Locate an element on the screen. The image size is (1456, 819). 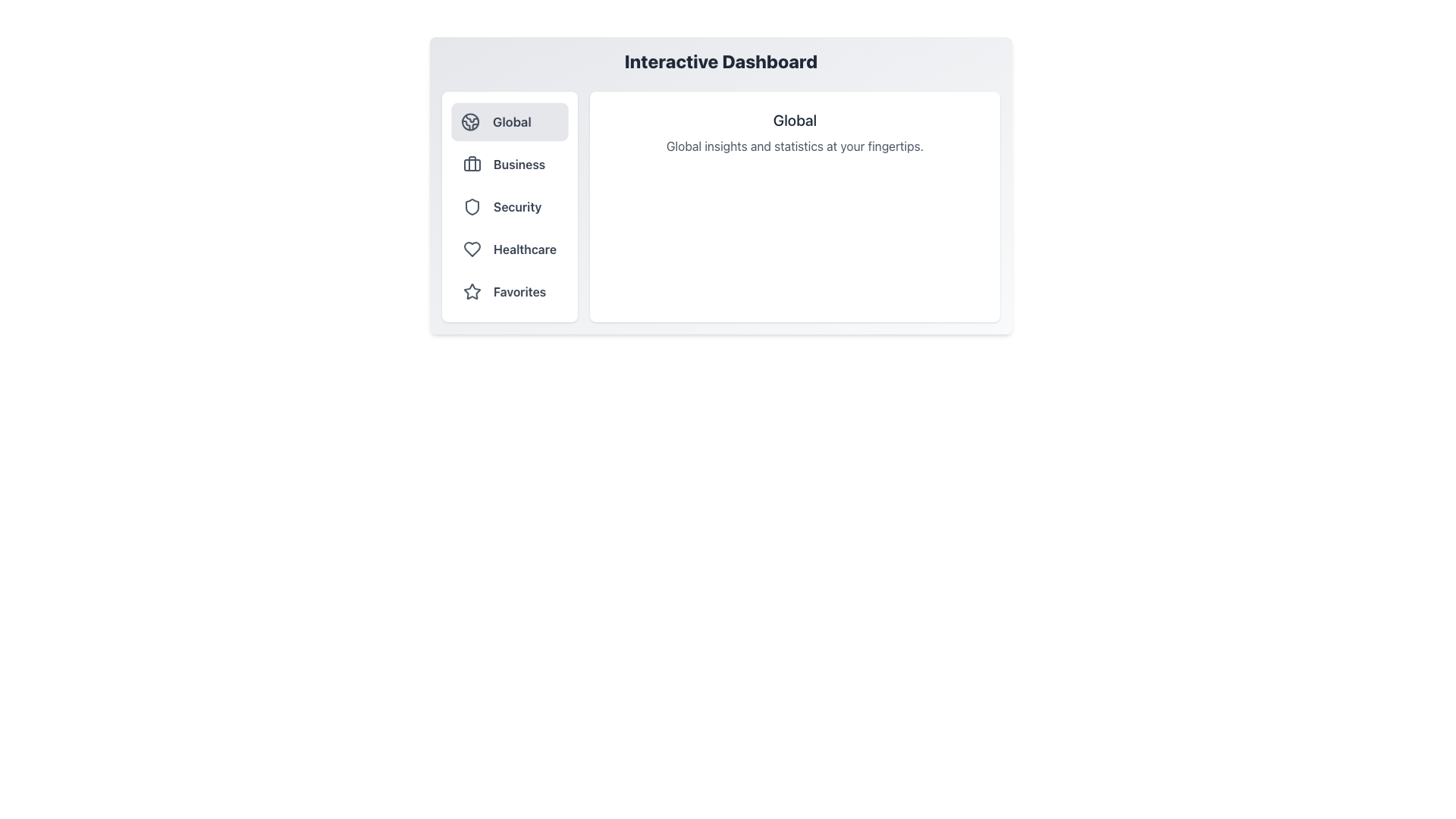
the 'Global' button, which is the first button in the vertical list of five buttons in the side navigation panel is located at coordinates (510, 121).